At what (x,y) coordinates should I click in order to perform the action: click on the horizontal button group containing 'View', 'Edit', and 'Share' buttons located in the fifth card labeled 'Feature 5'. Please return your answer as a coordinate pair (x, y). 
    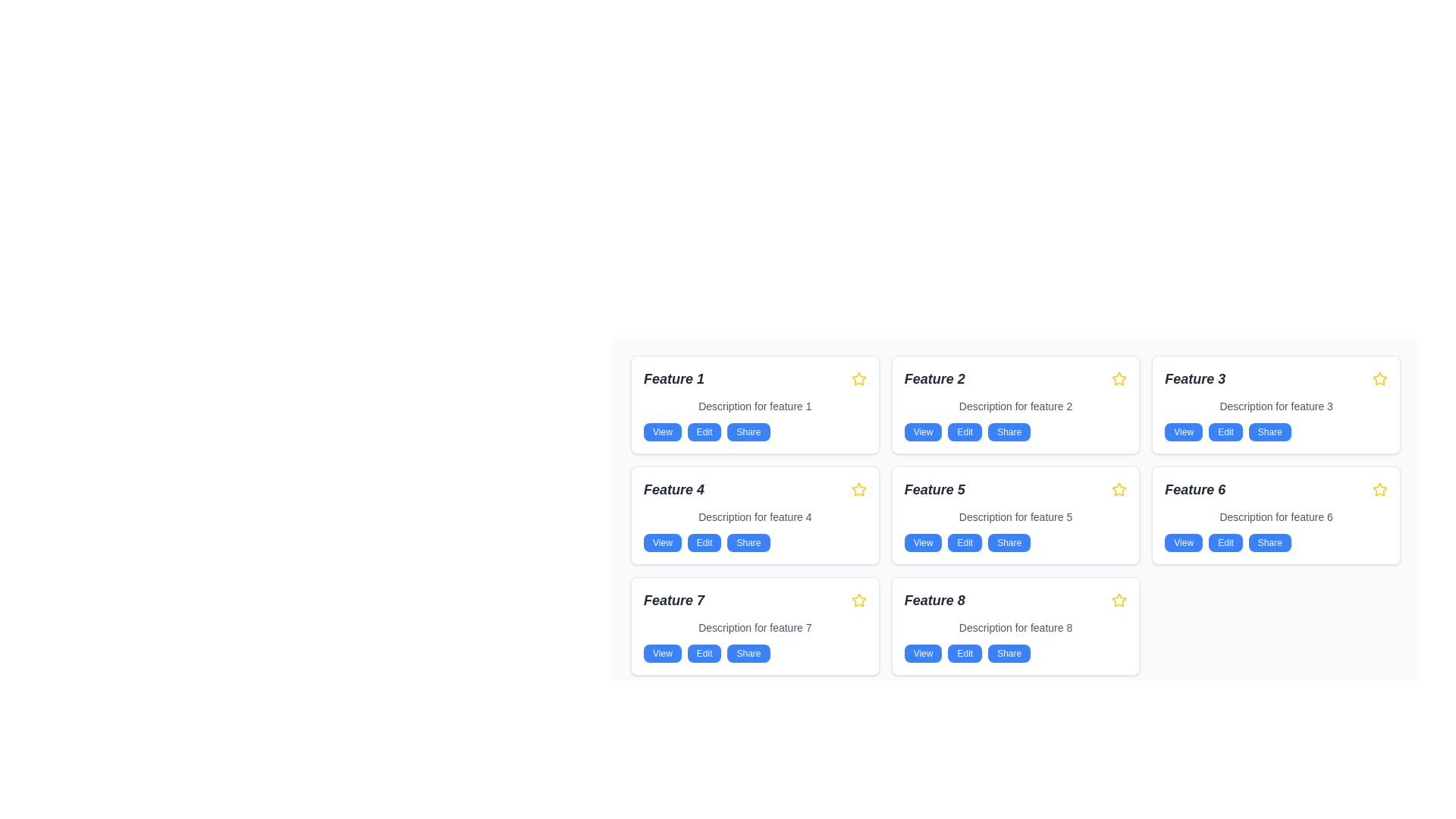
    Looking at the image, I should click on (1015, 542).